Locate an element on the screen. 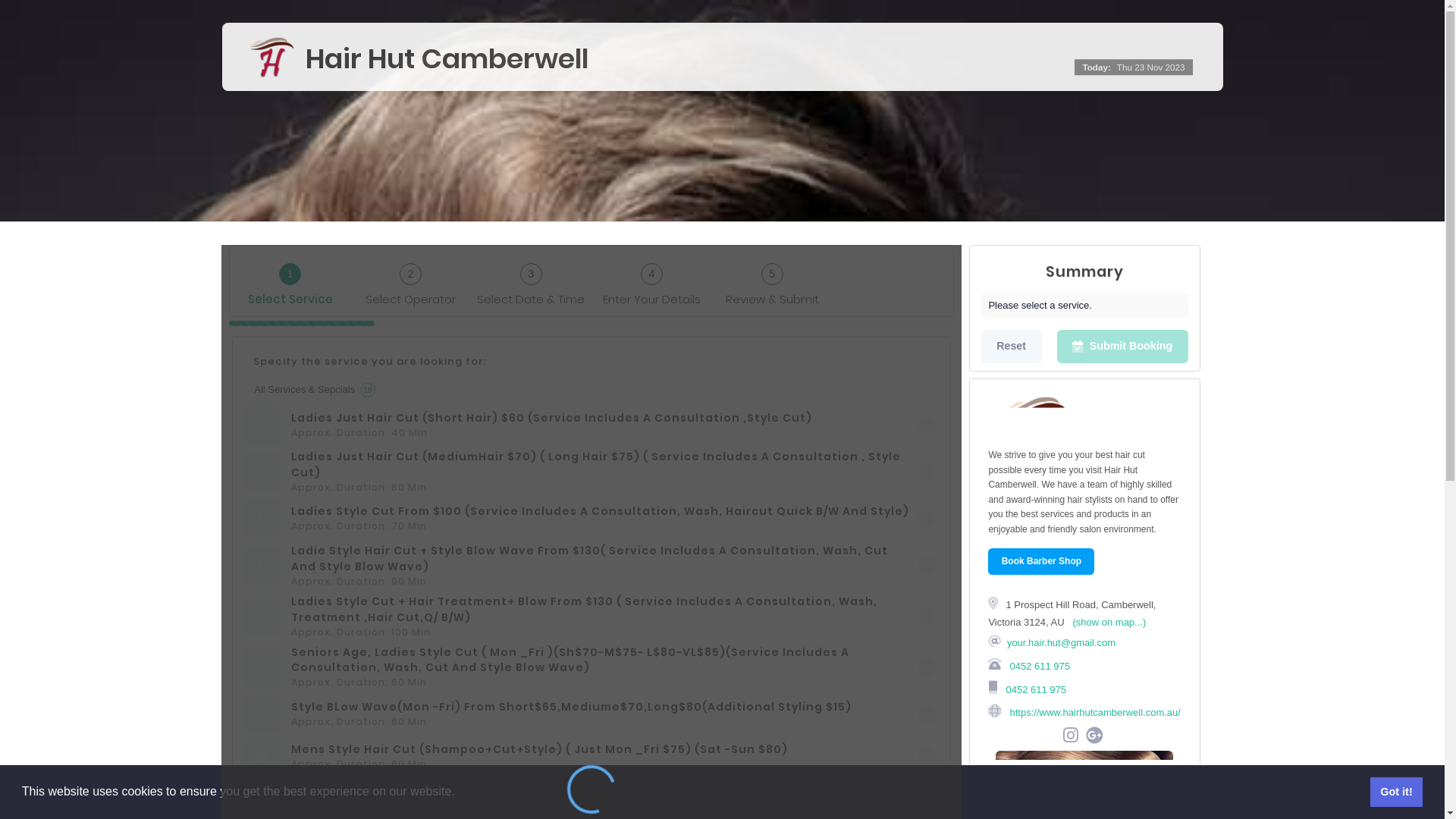  'your.hair.hut@gmail.com' is located at coordinates (1060, 642).